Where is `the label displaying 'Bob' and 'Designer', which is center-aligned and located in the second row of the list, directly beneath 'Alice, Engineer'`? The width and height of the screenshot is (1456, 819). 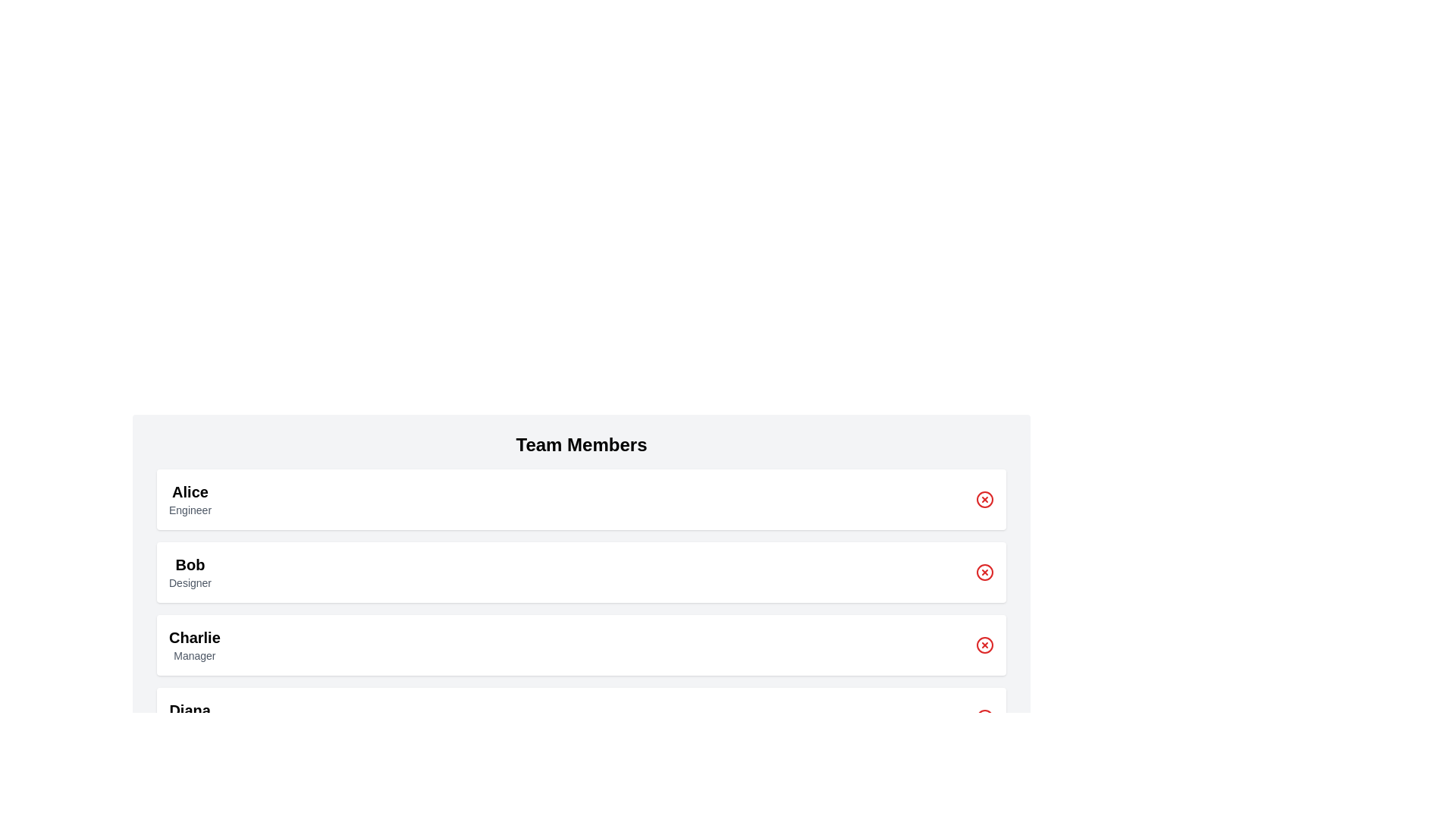 the label displaying 'Bob' and 'Designer', which is center-aligned and located in the second row of the list, directly beneath 'Alice, Engineer' is located at coordinates (189, 573).